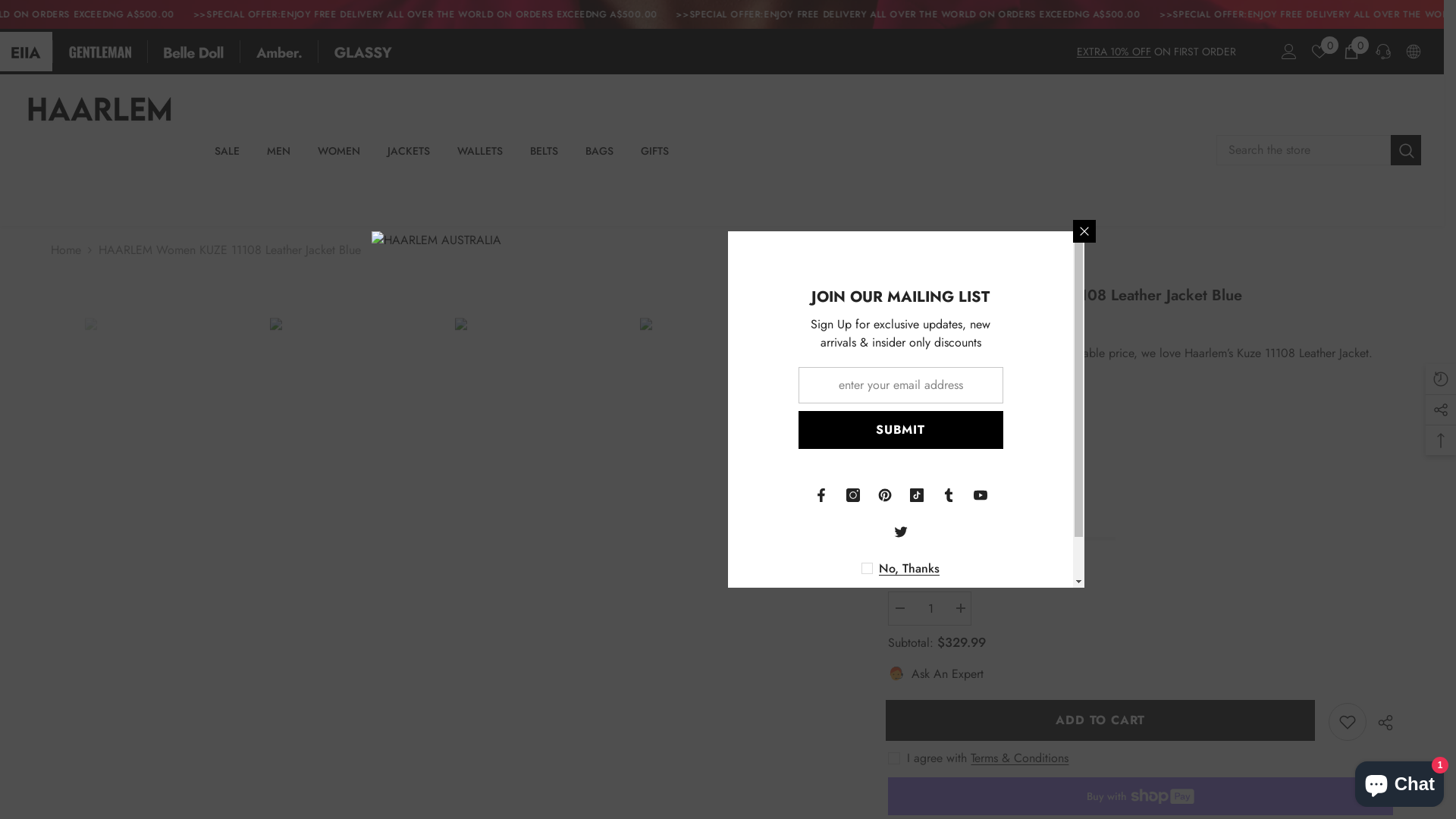  I want to click on 'Log in', so click(1288, 51).